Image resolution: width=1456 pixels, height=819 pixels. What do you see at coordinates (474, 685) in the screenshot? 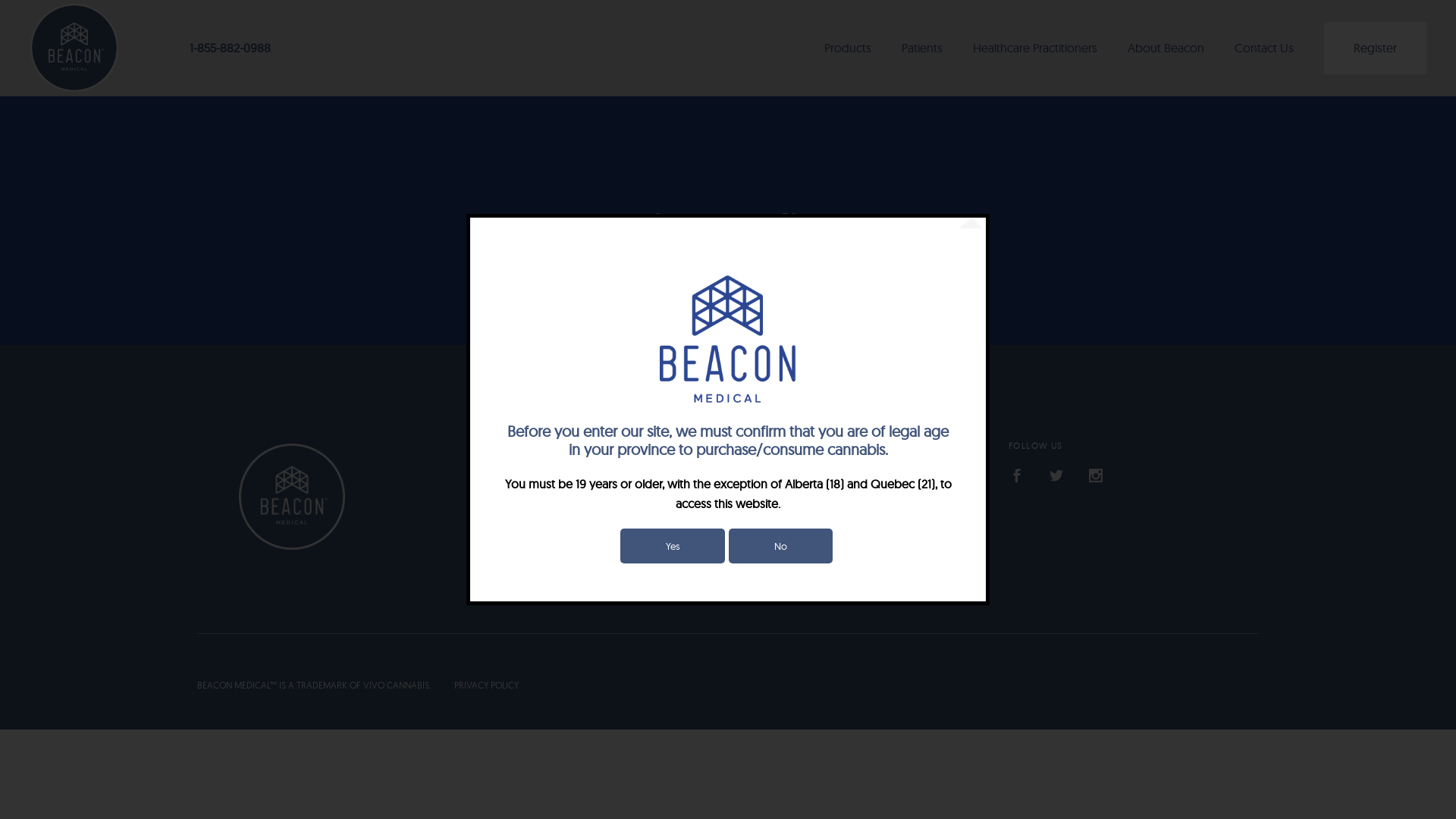
I see `'PRIVACY POLICY'` at bounding box center [474, 685].